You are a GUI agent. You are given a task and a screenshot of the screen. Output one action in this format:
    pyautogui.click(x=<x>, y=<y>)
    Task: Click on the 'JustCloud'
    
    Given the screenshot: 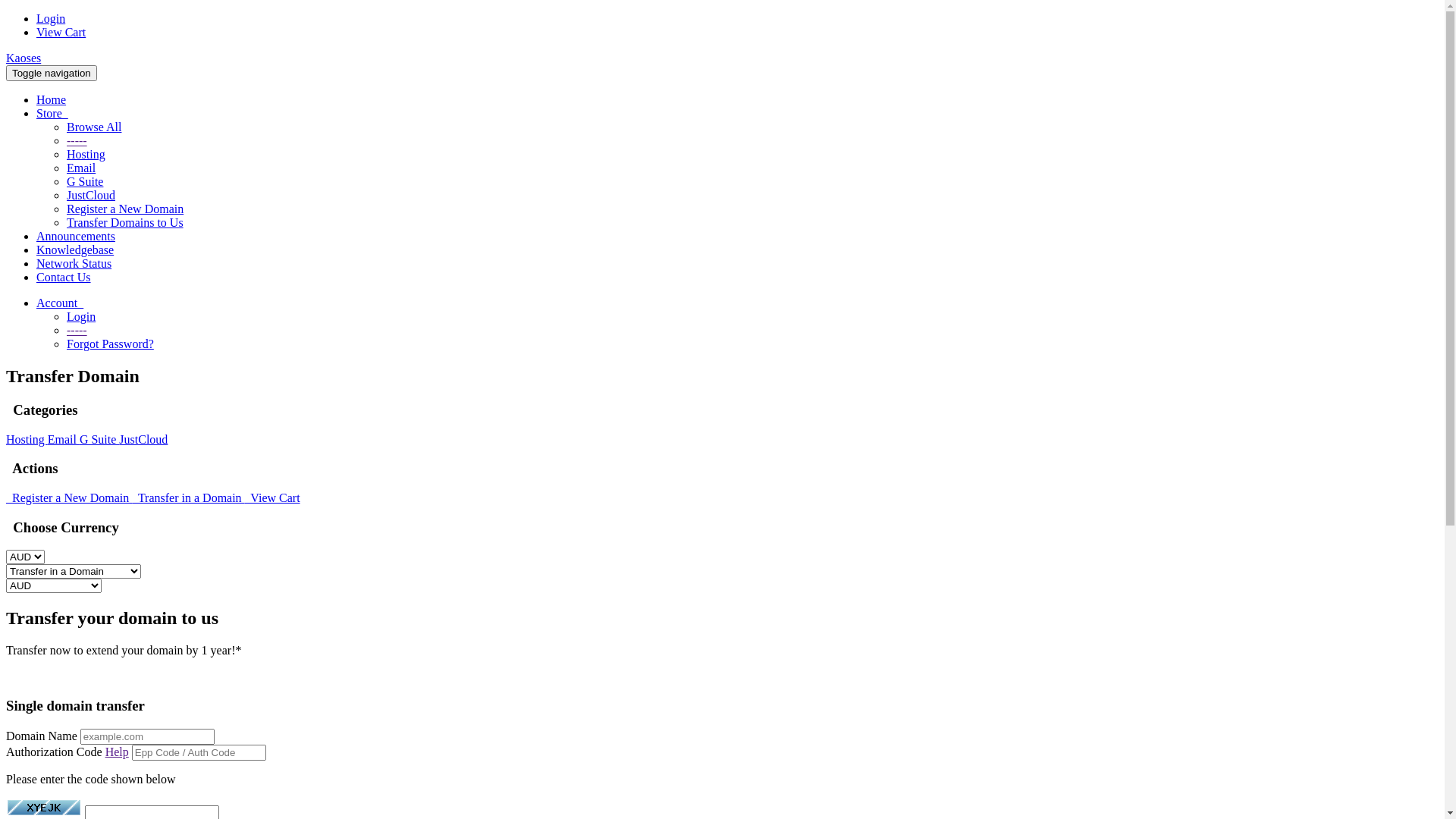 What is the action you would take?
    pyautogui.click(x=90, y=194)
    